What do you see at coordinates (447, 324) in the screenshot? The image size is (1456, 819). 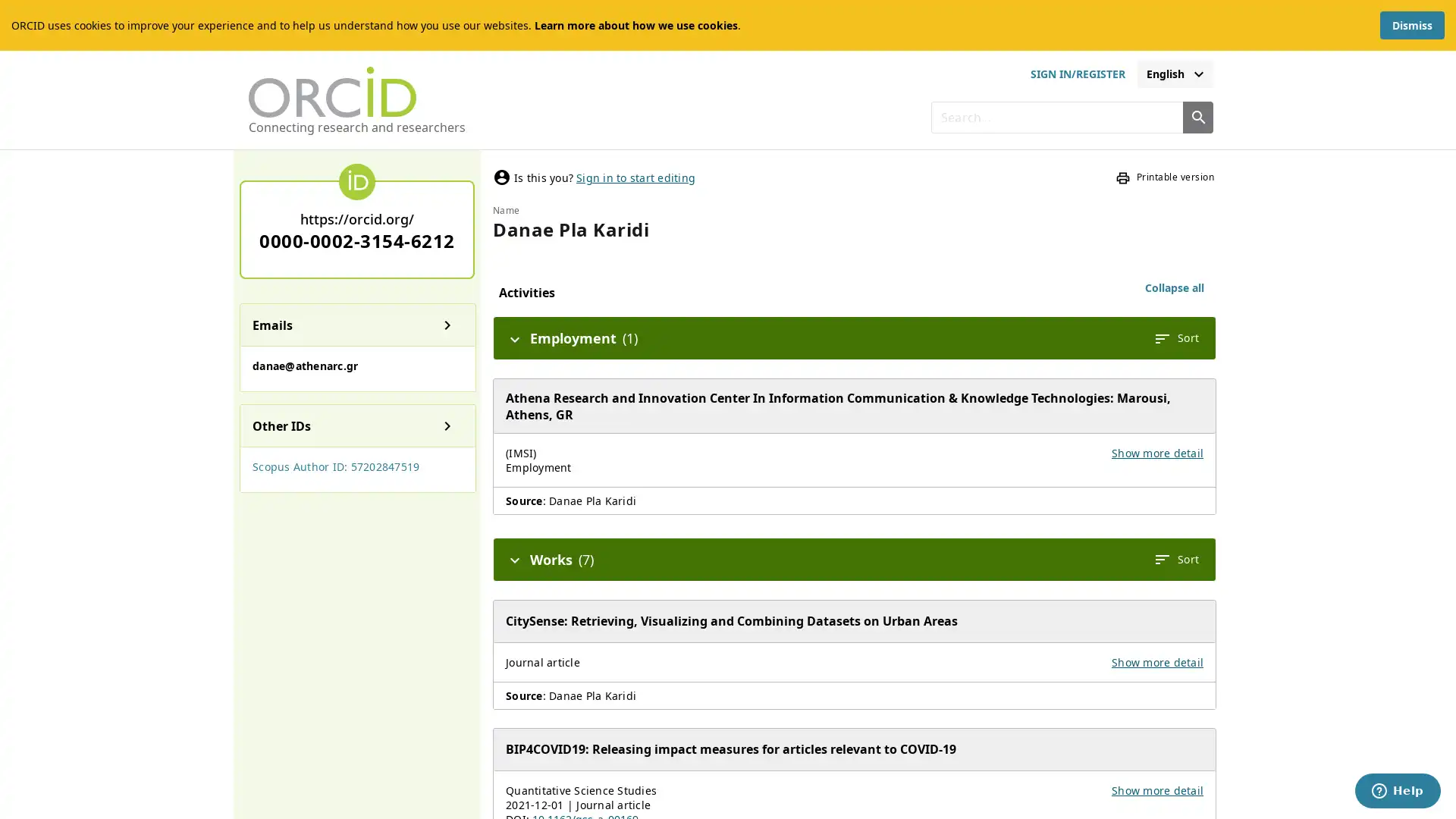 I see `Show details` at bounding box center [447, 324].